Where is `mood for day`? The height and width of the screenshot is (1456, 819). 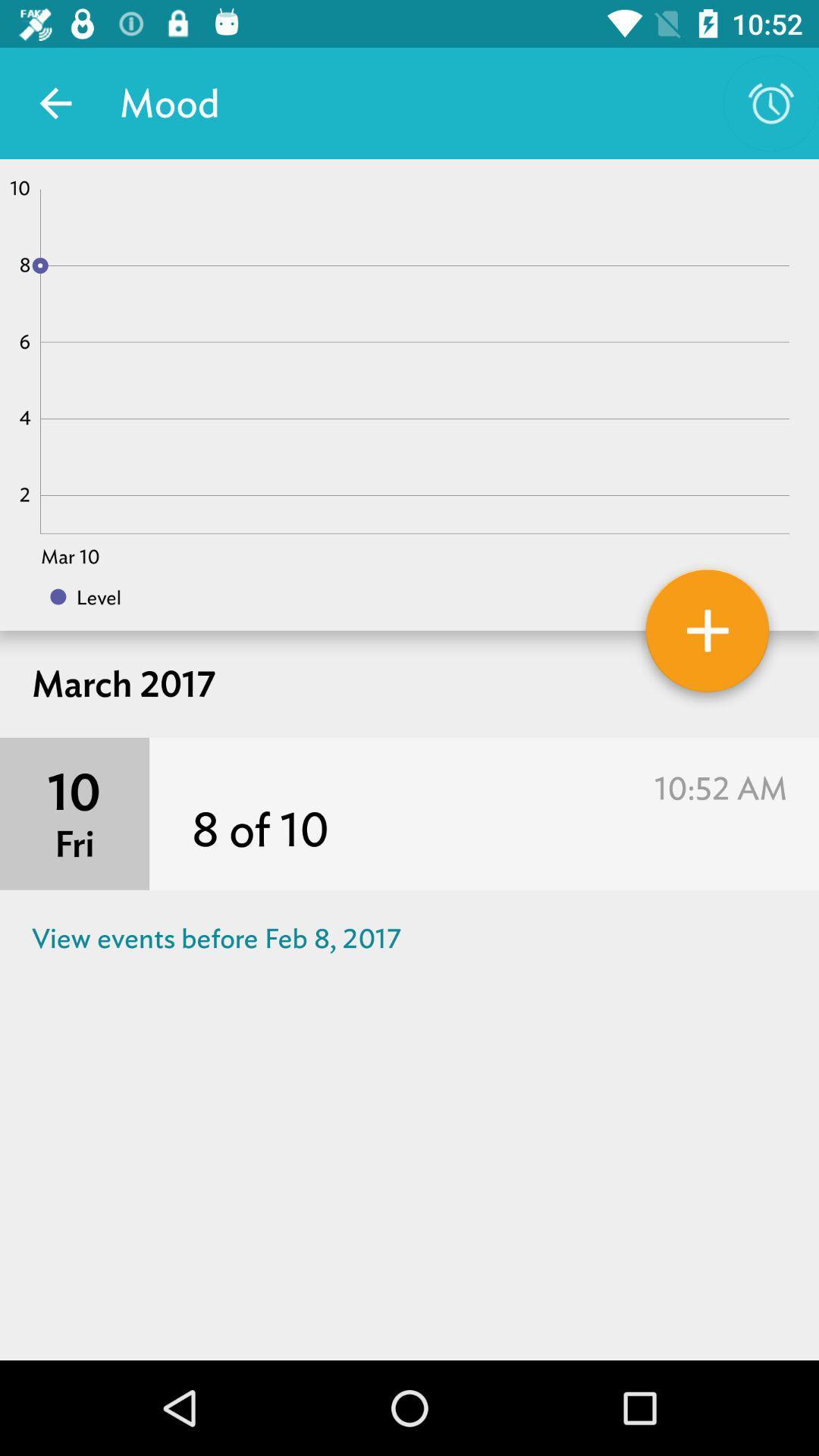 mood for day is located at coordinates (708, 636).